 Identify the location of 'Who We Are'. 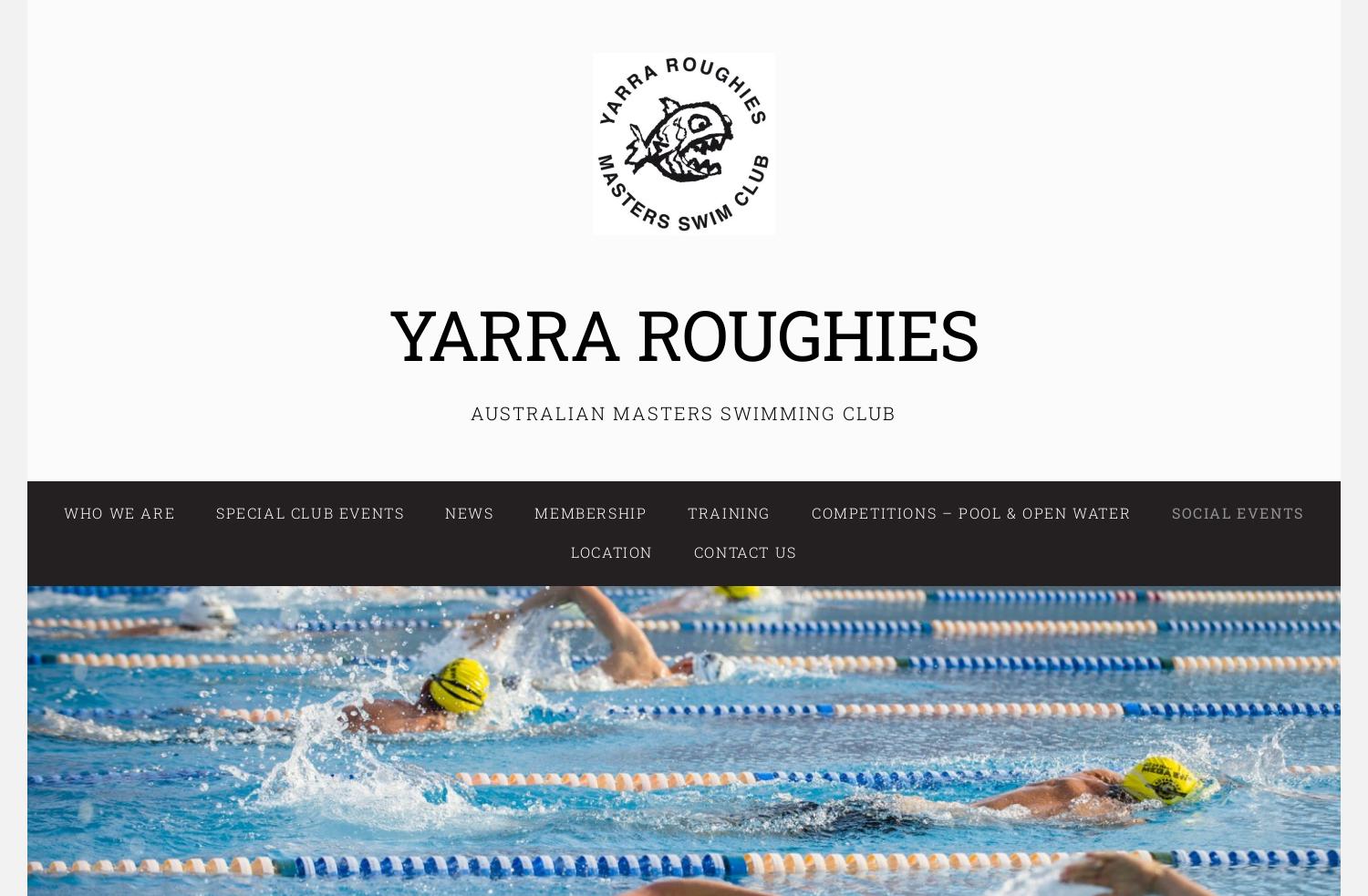
(119, 512).